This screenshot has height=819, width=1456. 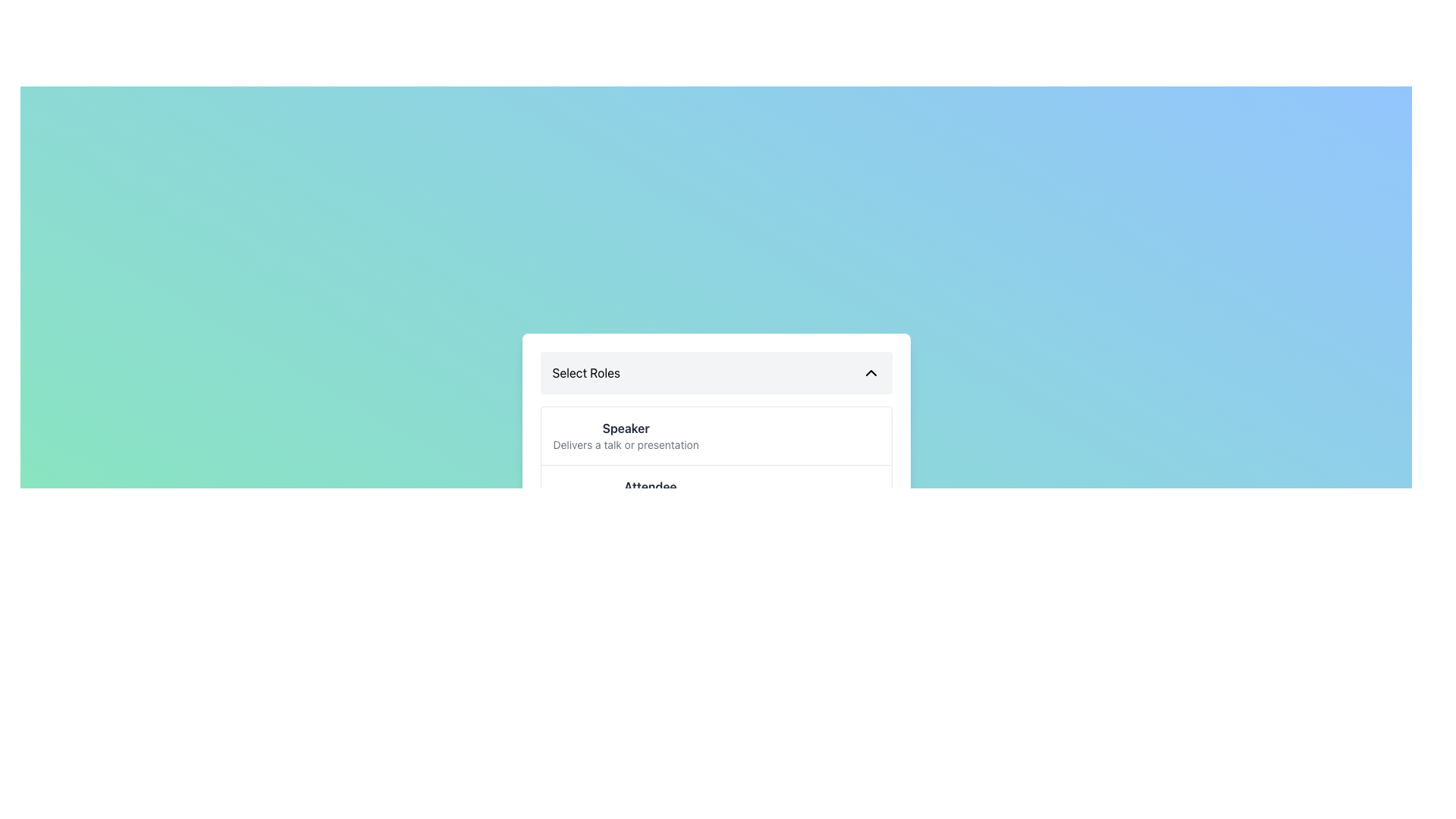 I want to click on the 'Speaker' text label which is the first option, so click(x=626, y=435).